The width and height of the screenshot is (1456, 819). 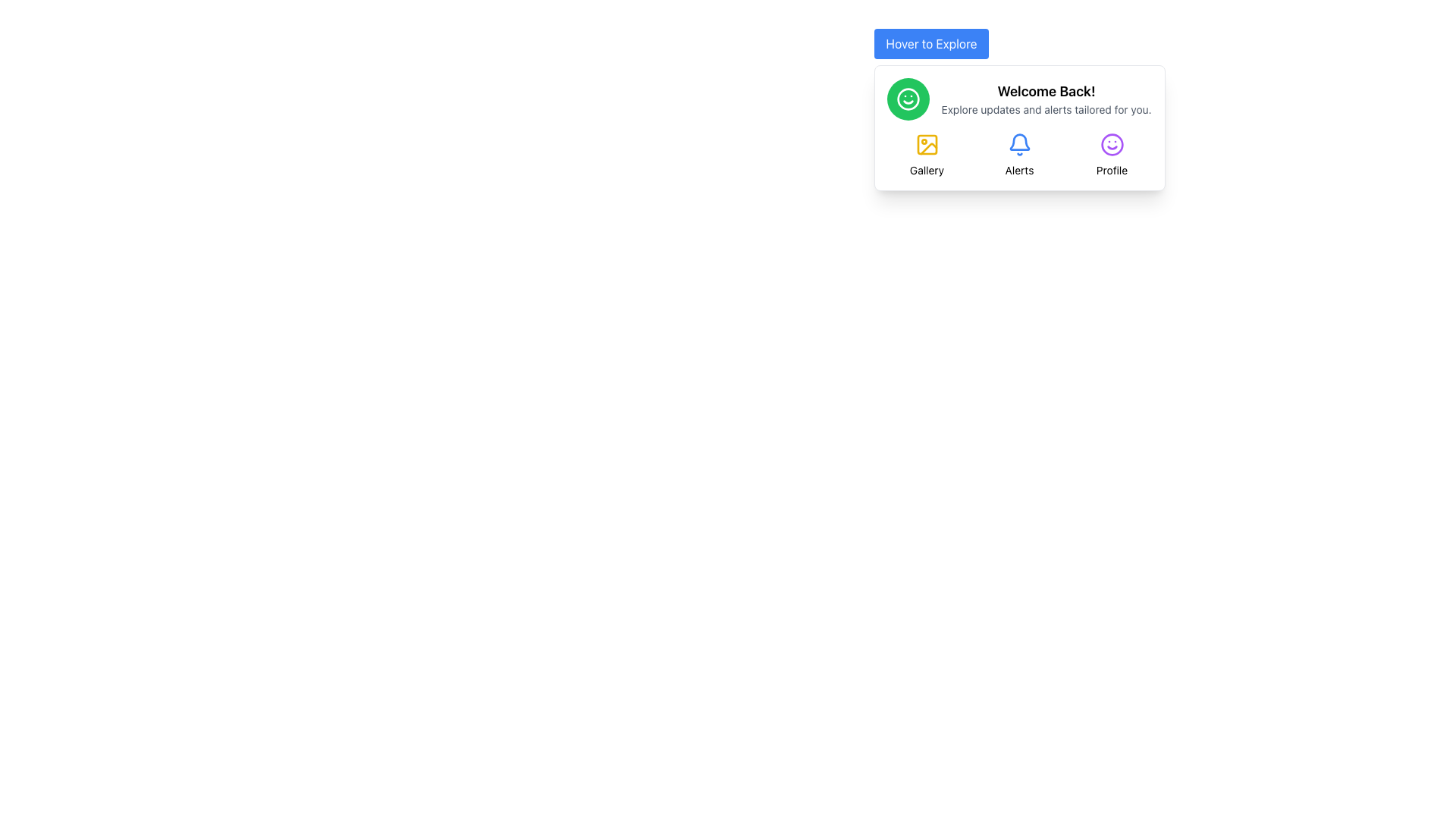 I want to click on the Gallery icon, which is a yellow outlined square with rounded corners containing a circle and a diagonal line, positioned directly under 'Welcome Back!' and to the left of the 'Alerts' icon, so click(x=926, y=145).